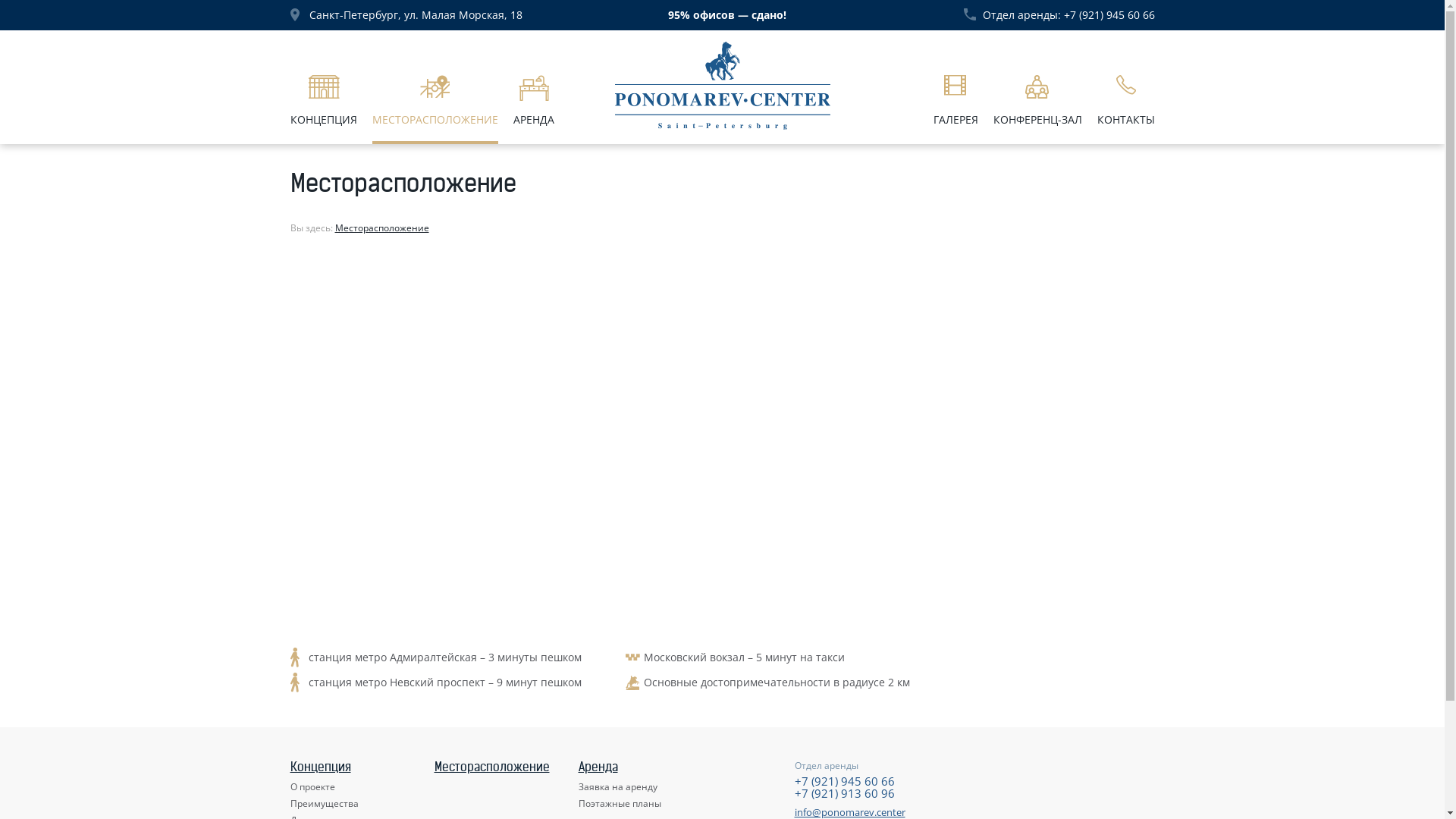  What do you see at coordinates (843, 792) in the screenshot?
I see `'+7 (921) 913 60 96'` at bounding box center [843, 792].